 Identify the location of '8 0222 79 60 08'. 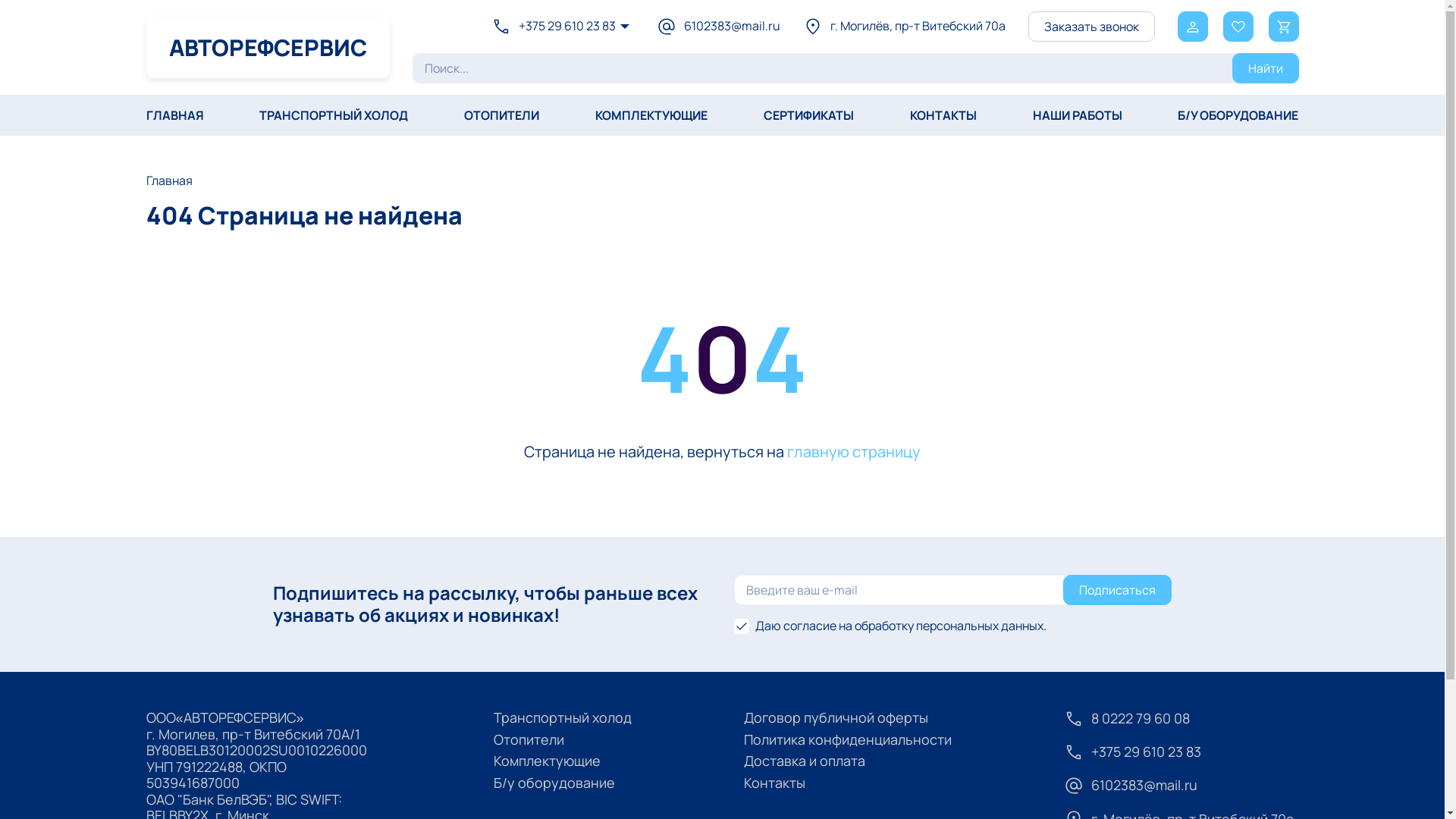
(1179, 718).